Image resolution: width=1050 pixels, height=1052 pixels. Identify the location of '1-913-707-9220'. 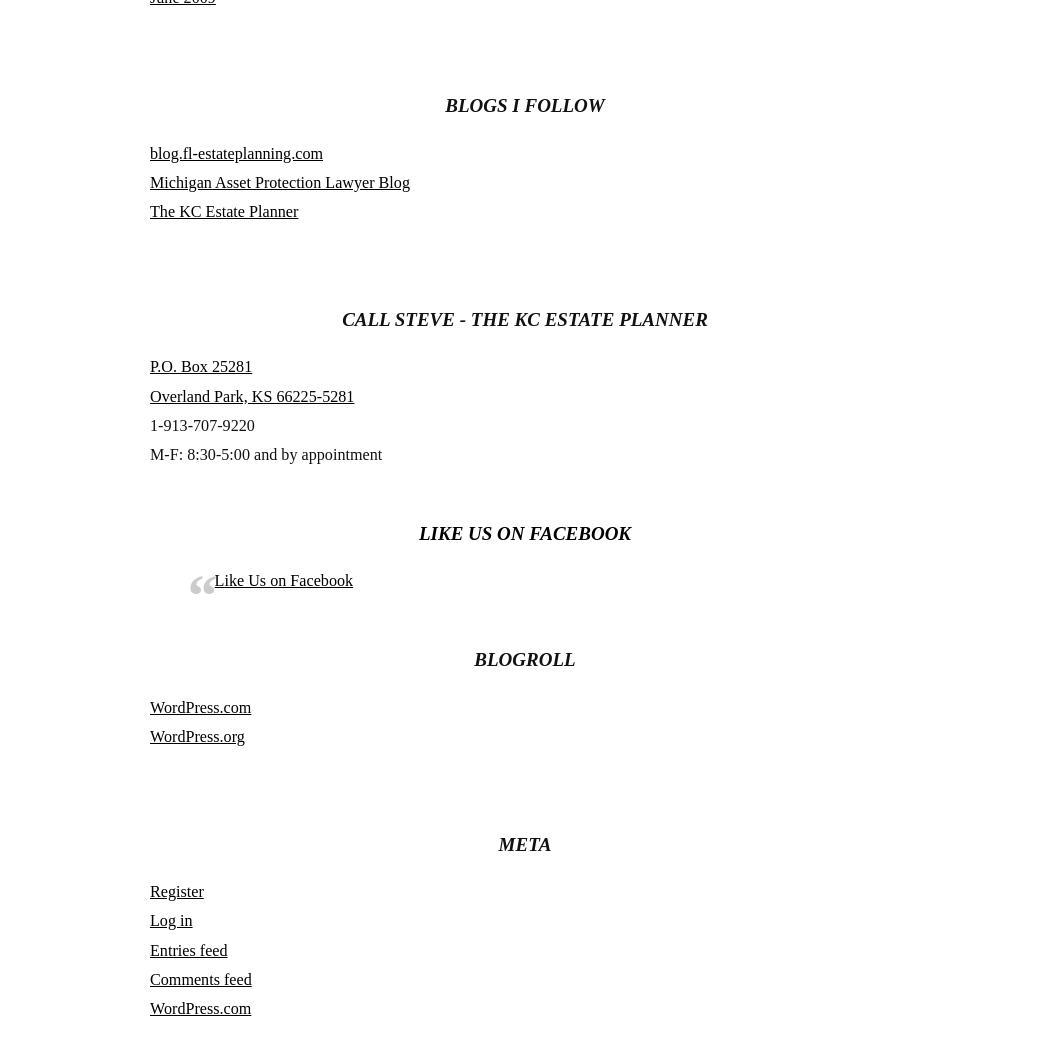
(201, 423).